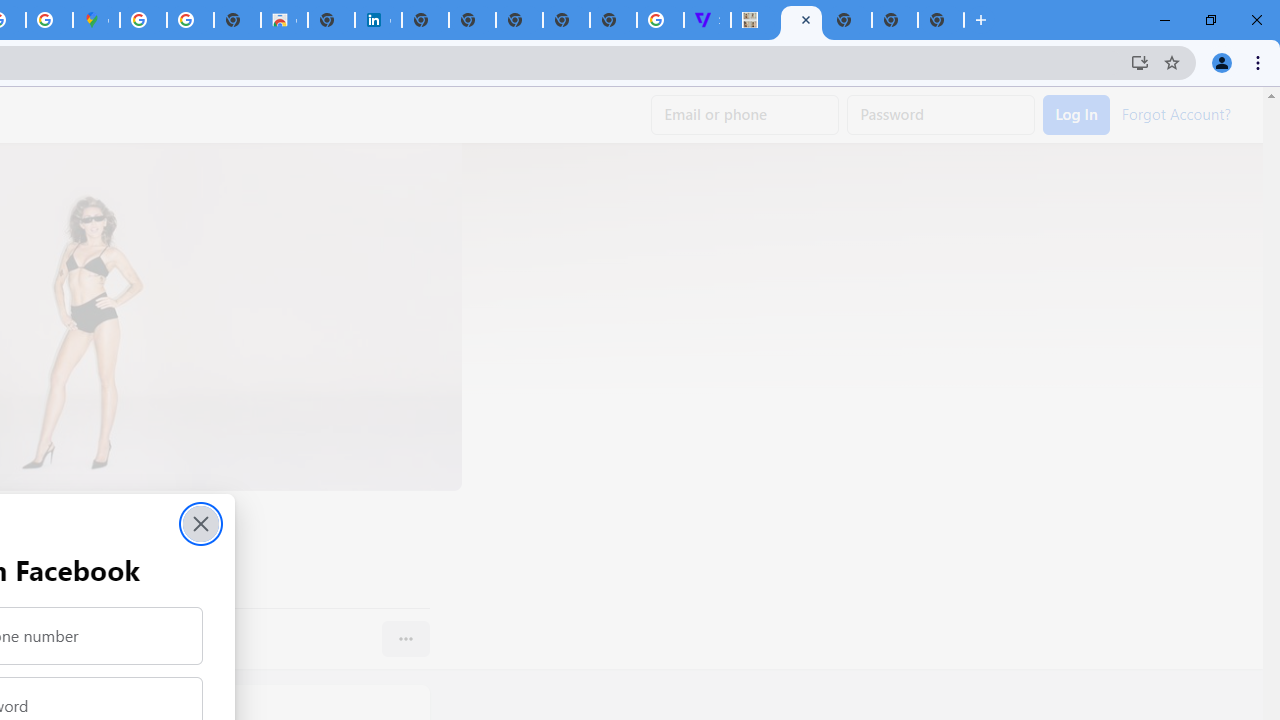 The height and width of the screenshot is (720, 1280). Describe the element at coordinates (801, 20) in the screenshot. I see `'Miley Cyrus | Facebook'` at that location.